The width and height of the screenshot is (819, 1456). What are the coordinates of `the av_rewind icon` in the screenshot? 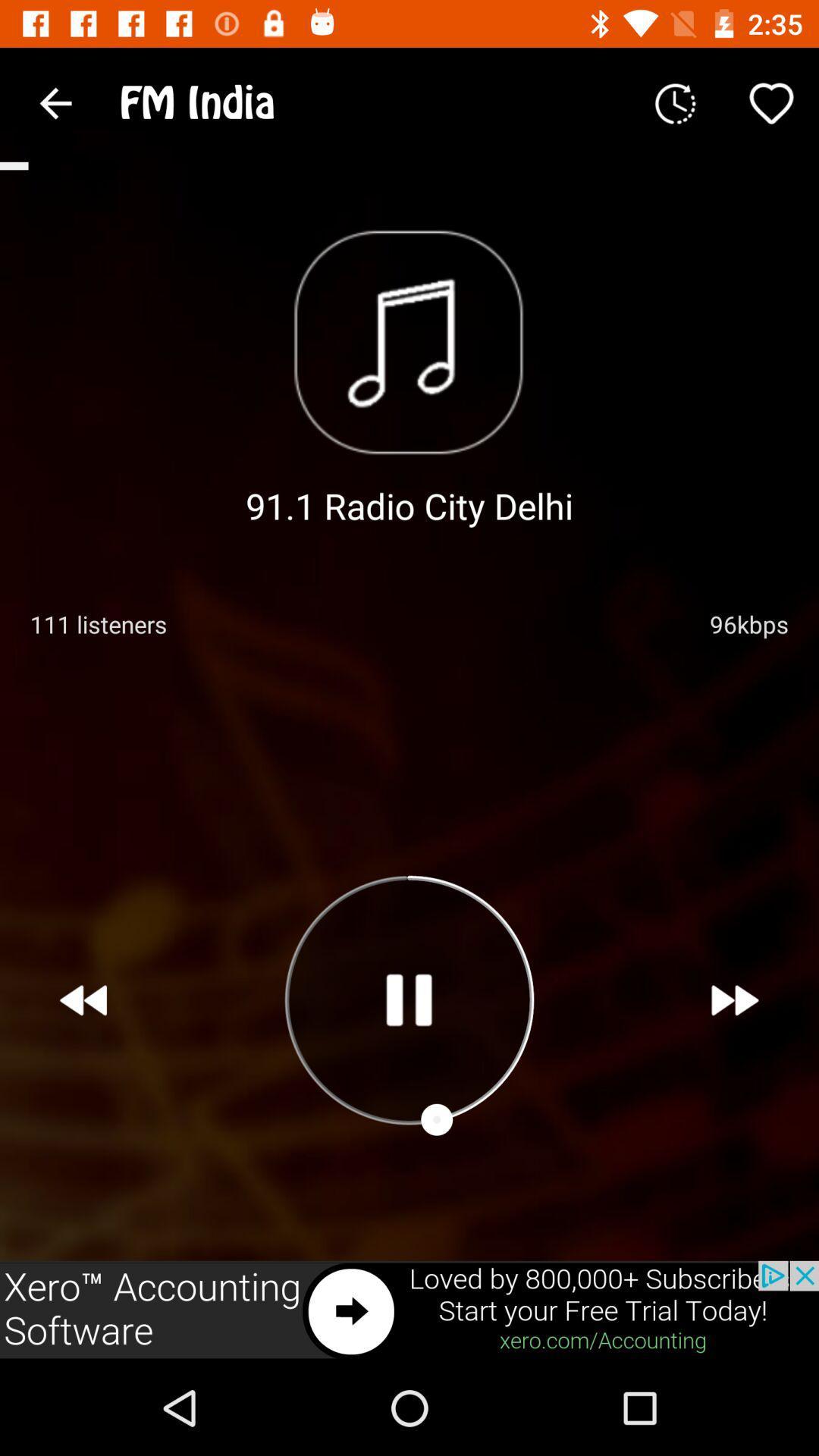 It's located at (83, 1000).